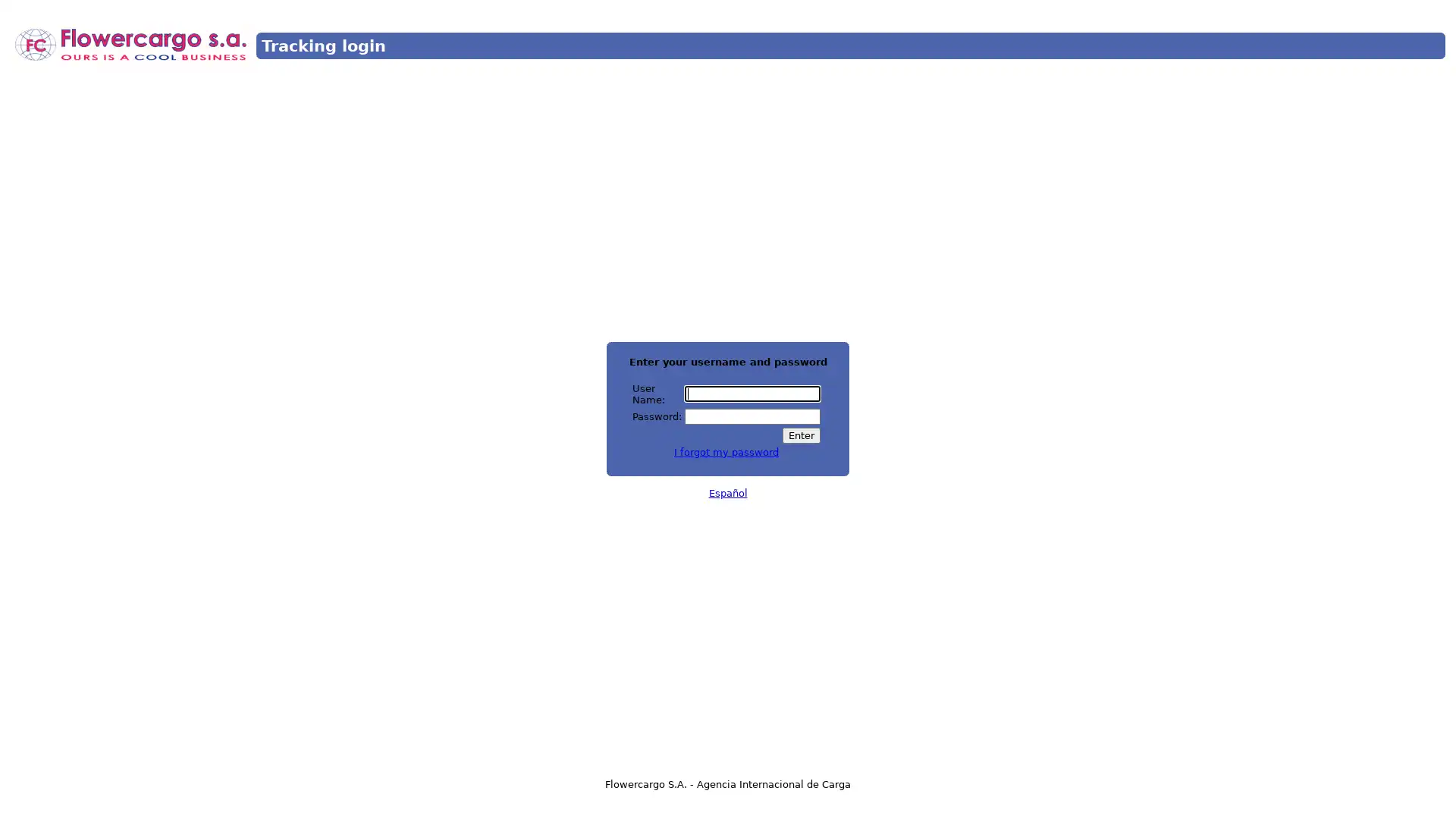  Describe the element at coordinates (800, 435) in the screenshot. I see `Enter` at that location.